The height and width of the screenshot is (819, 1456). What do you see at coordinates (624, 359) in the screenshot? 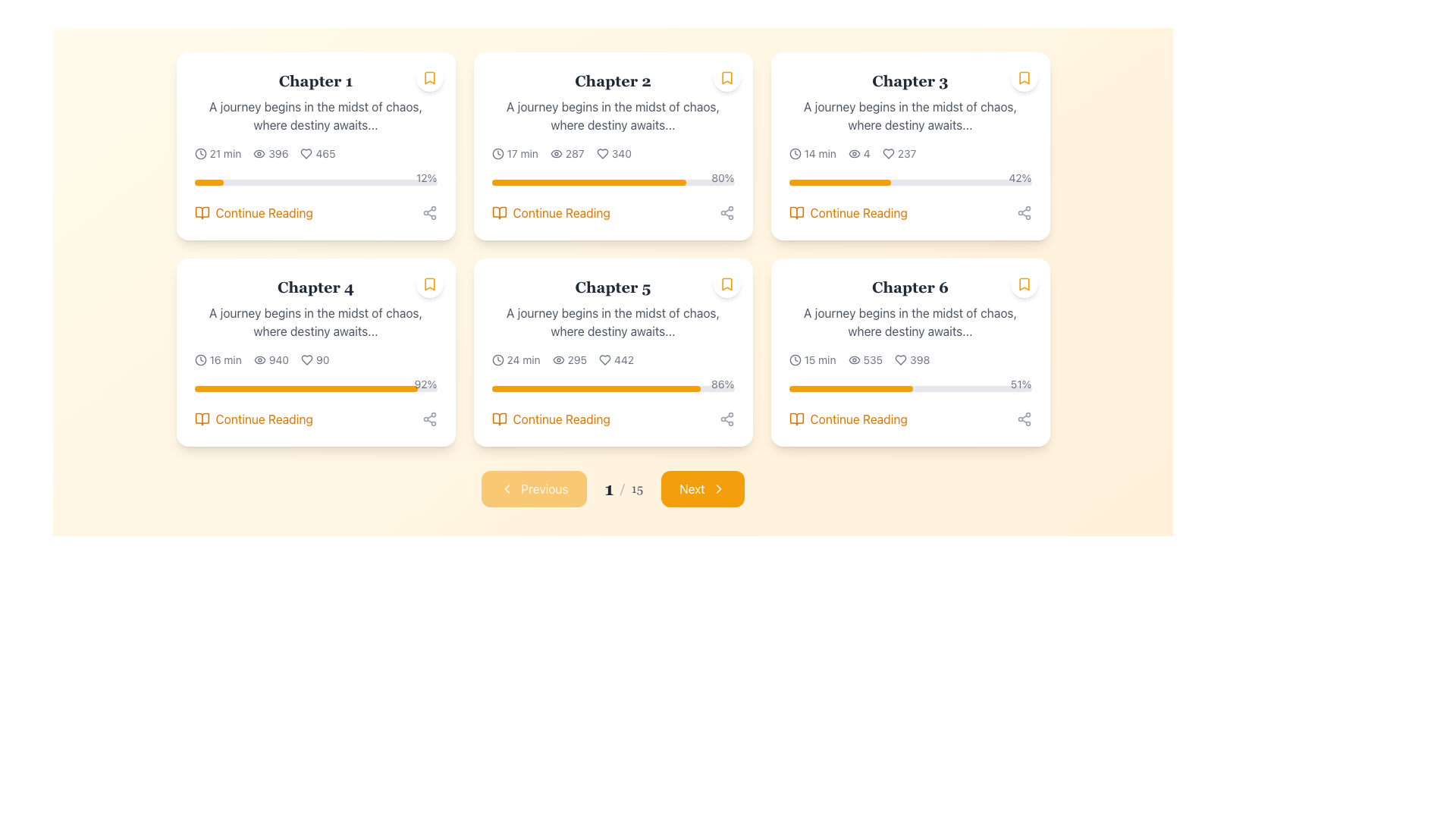
I see `the numerical count display that shows the count of likes or favorites, located on the second row within the fifth card from the left, immediately to the right of the heart-shaped icon` at bounding box center [624, 359].